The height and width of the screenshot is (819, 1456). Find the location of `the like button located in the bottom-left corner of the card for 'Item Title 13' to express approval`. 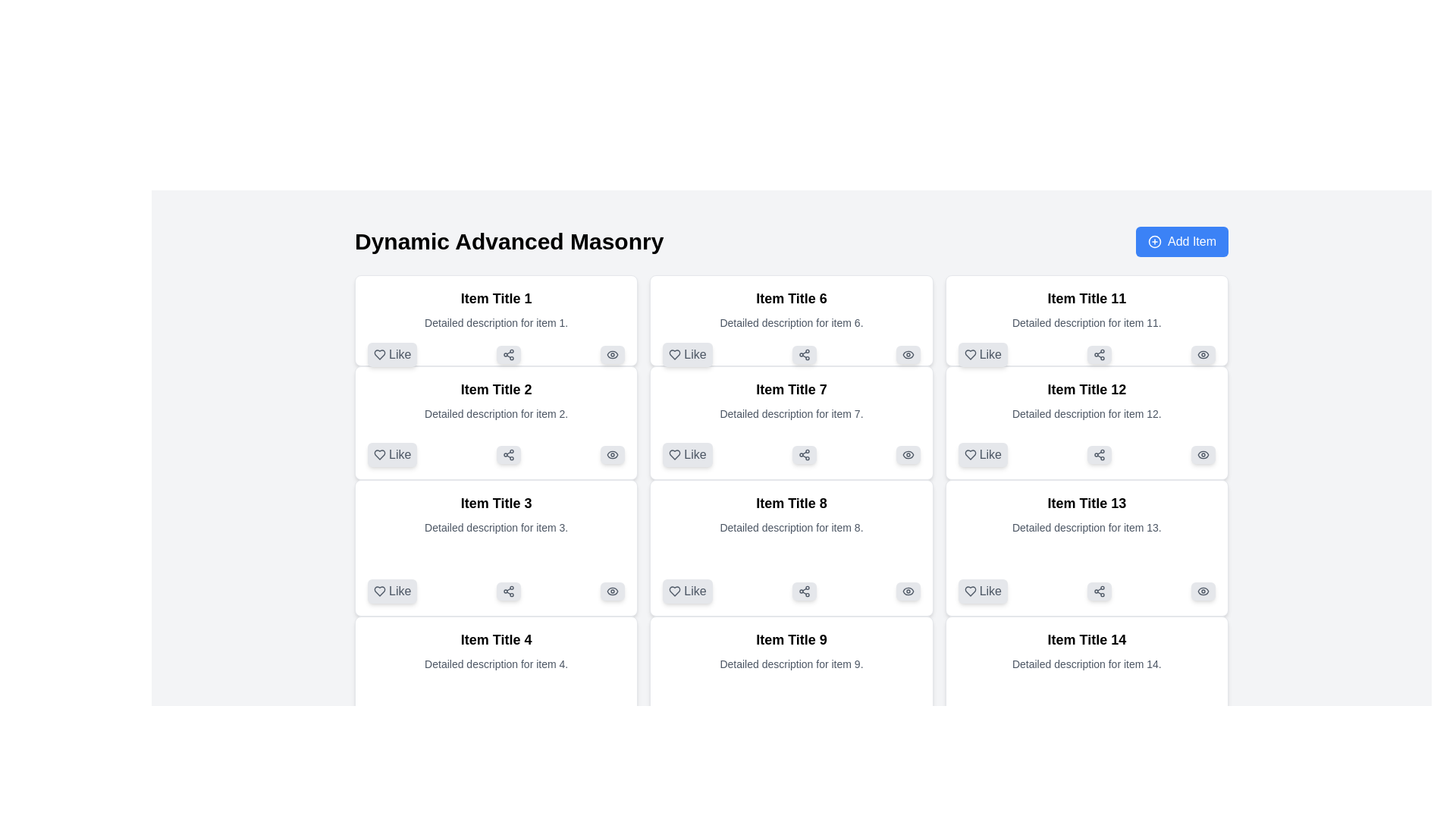

the like button located in the bottom-left corner of the card for 'Item Title 13' to express approval is located at coordinates (983, 590).